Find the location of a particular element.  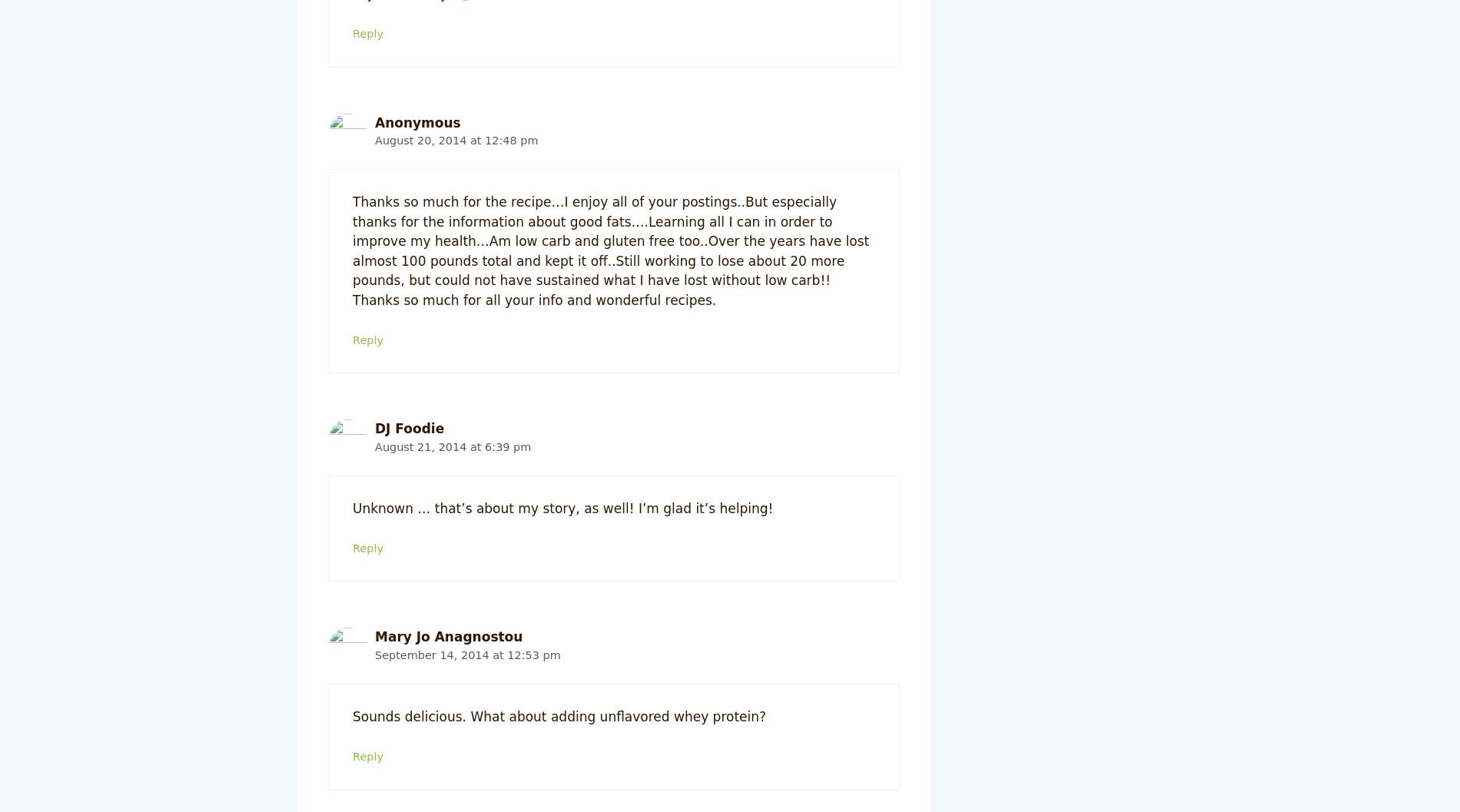

'Anonymous' is located at coordinates (417, 121).